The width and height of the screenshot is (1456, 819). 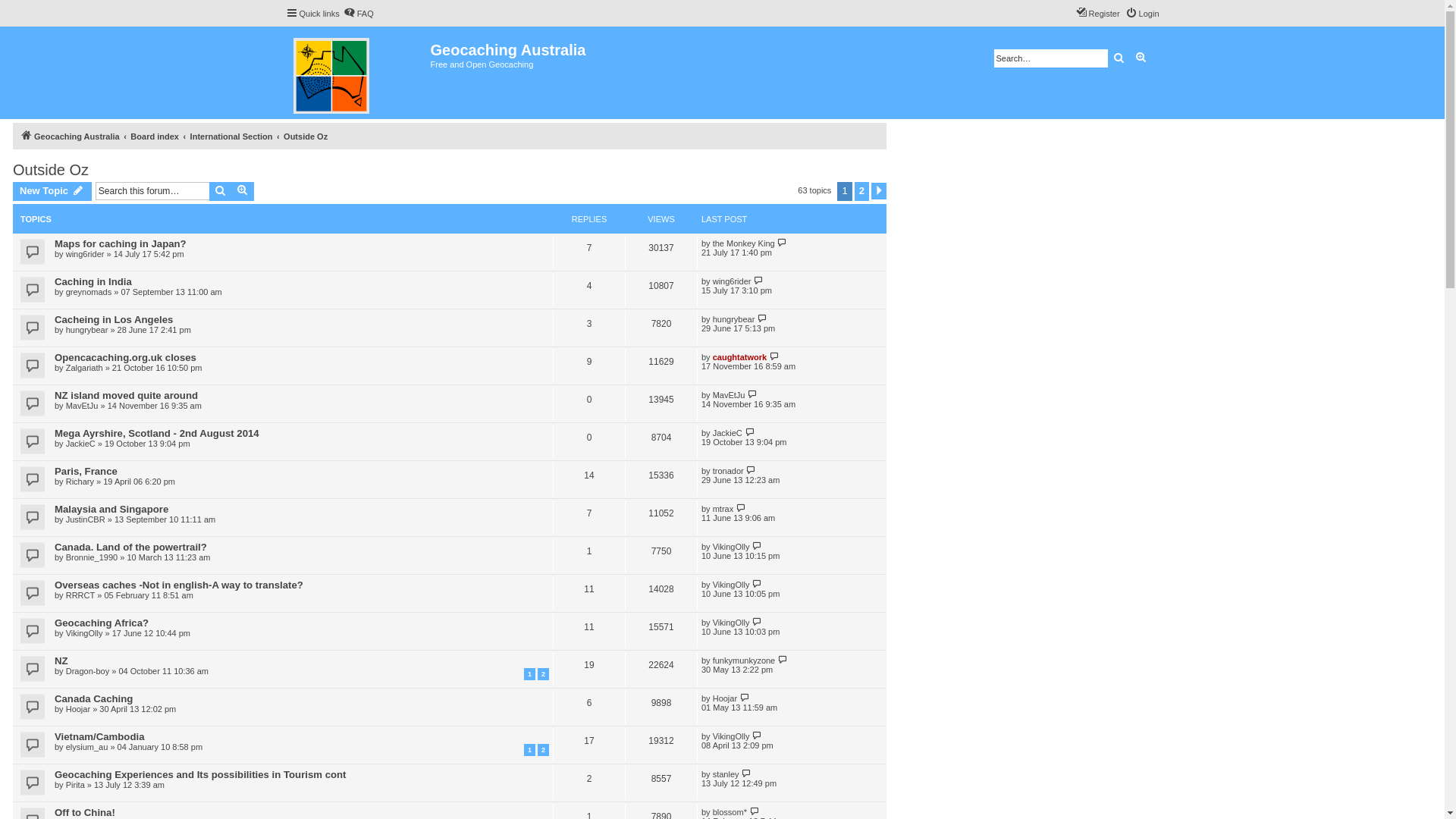 I want to click on 'RRRCT', so click(x=64, y=595).